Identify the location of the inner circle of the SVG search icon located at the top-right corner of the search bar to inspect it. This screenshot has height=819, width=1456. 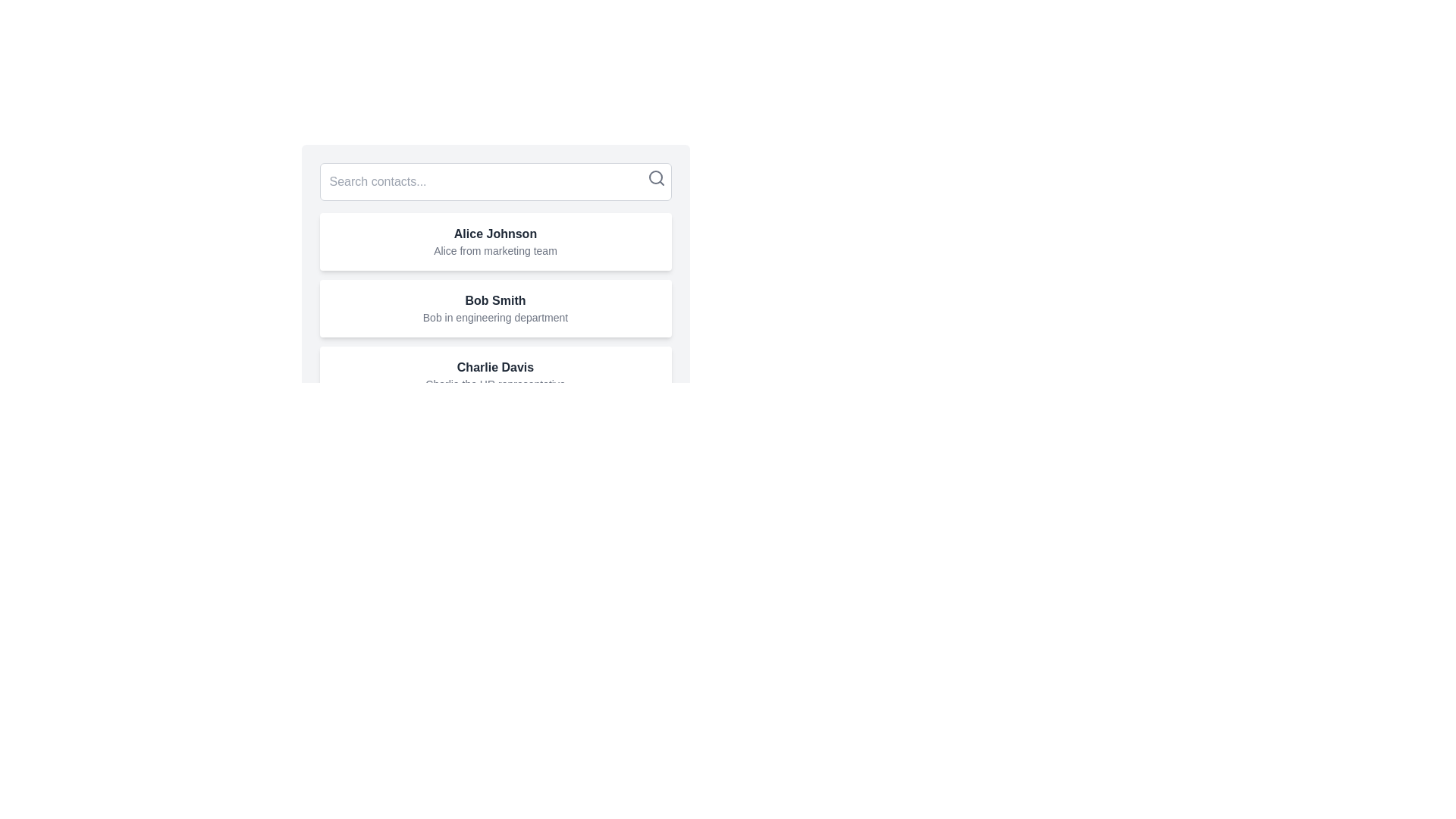
(655, 177).